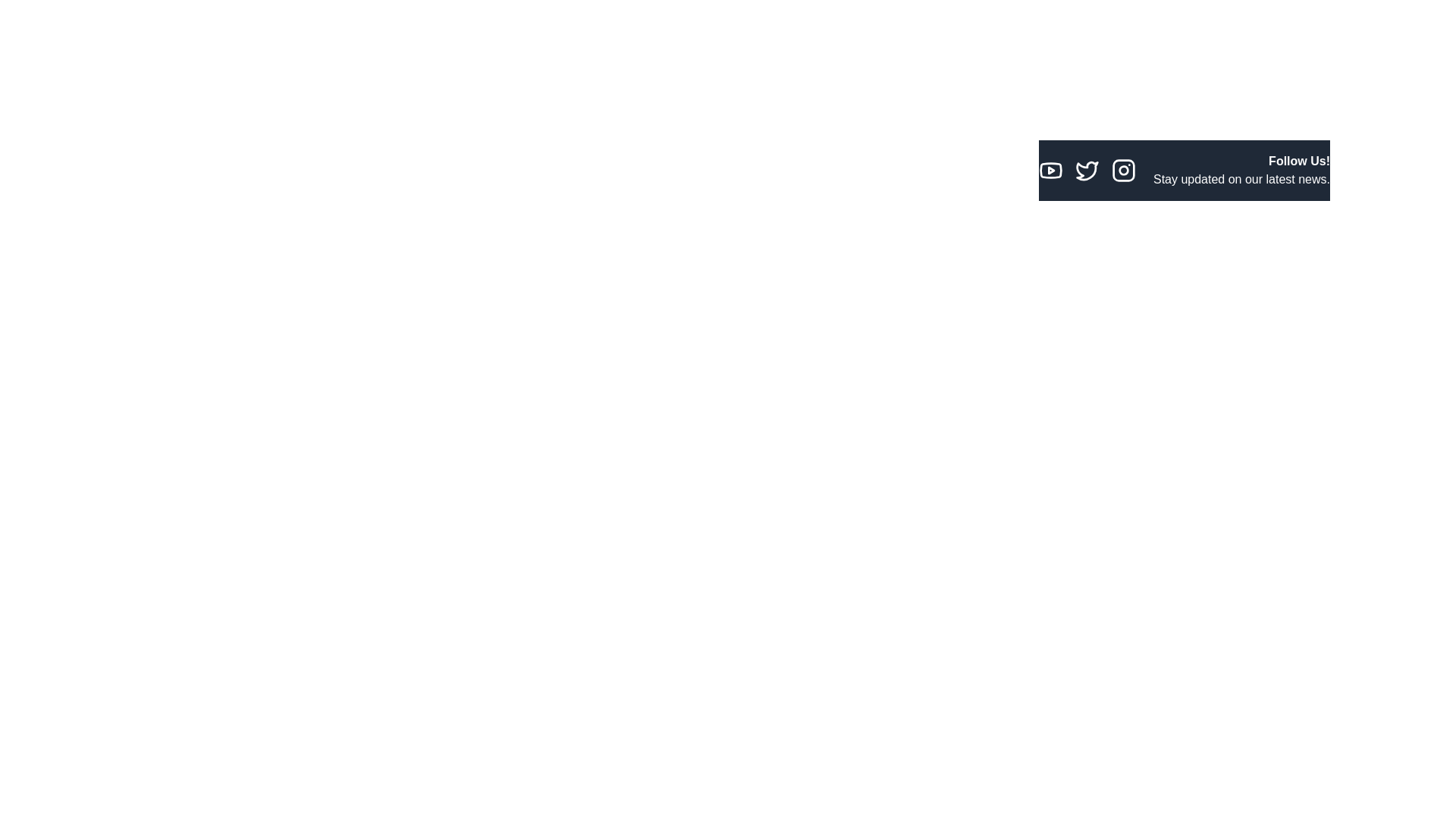 Image resolution: width=1456 pixels, height=819 pixels. I want to click on the Twitter icon located between the play button and Instagram logo, so click(1087, 170).